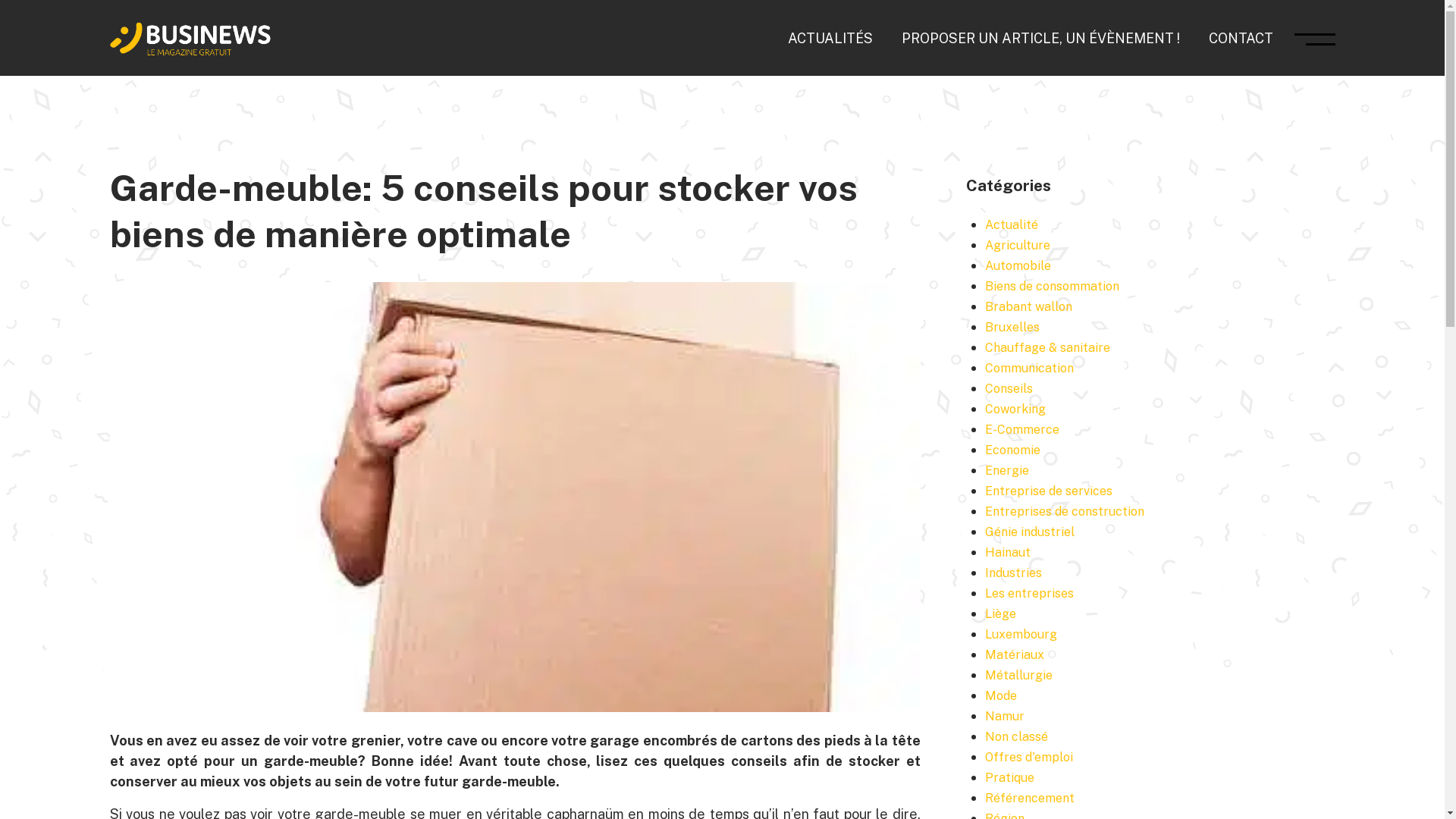  Describe the element at coordinates (1009, 777) in the screenshot. I see `'Pratique'` at that location.